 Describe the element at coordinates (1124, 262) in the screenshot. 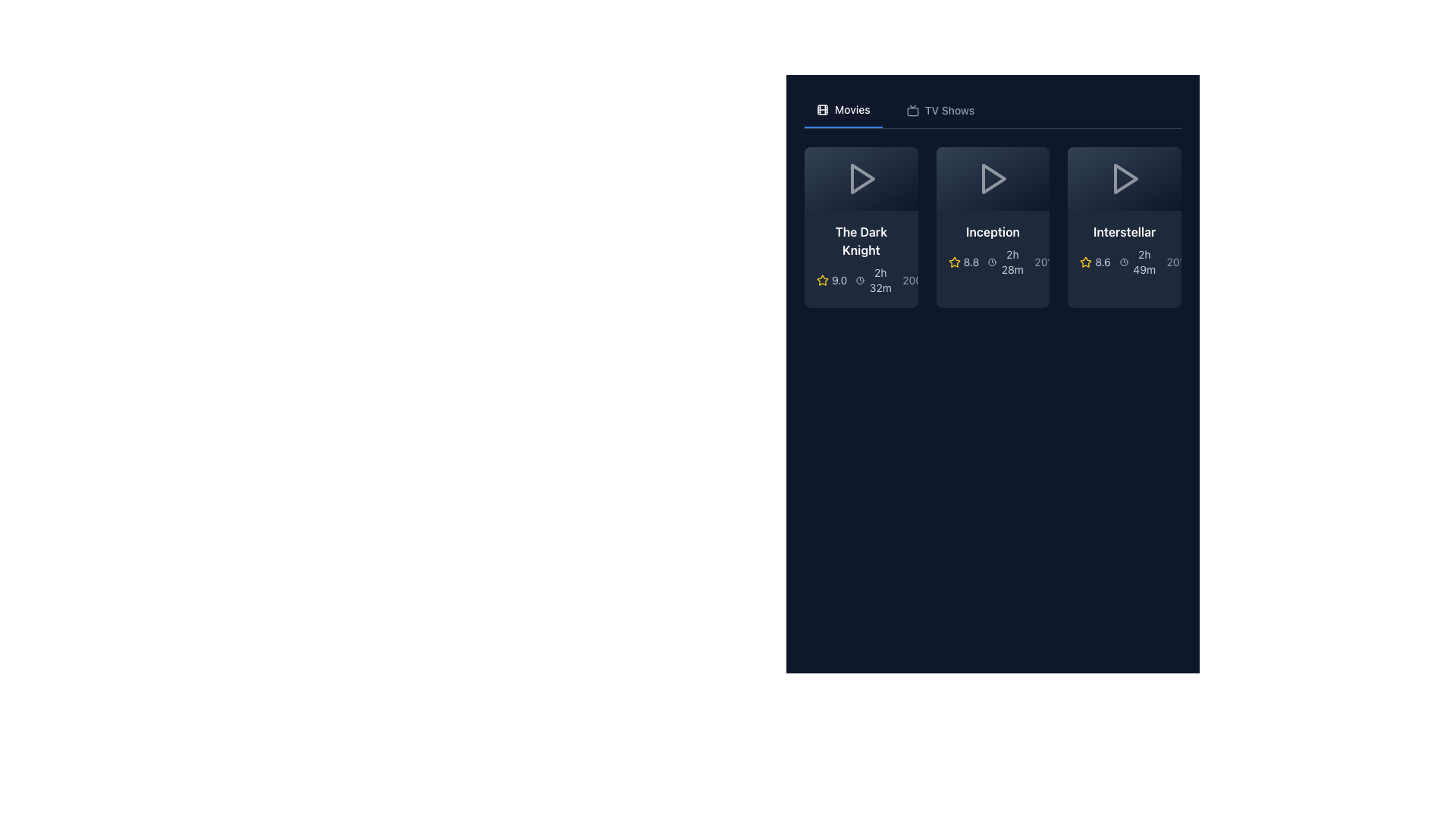

I see `the circular graphic element of the SVG clock icon associated with the 'Interstellar' movie card located in the top-right region of the visible cards` at that location.